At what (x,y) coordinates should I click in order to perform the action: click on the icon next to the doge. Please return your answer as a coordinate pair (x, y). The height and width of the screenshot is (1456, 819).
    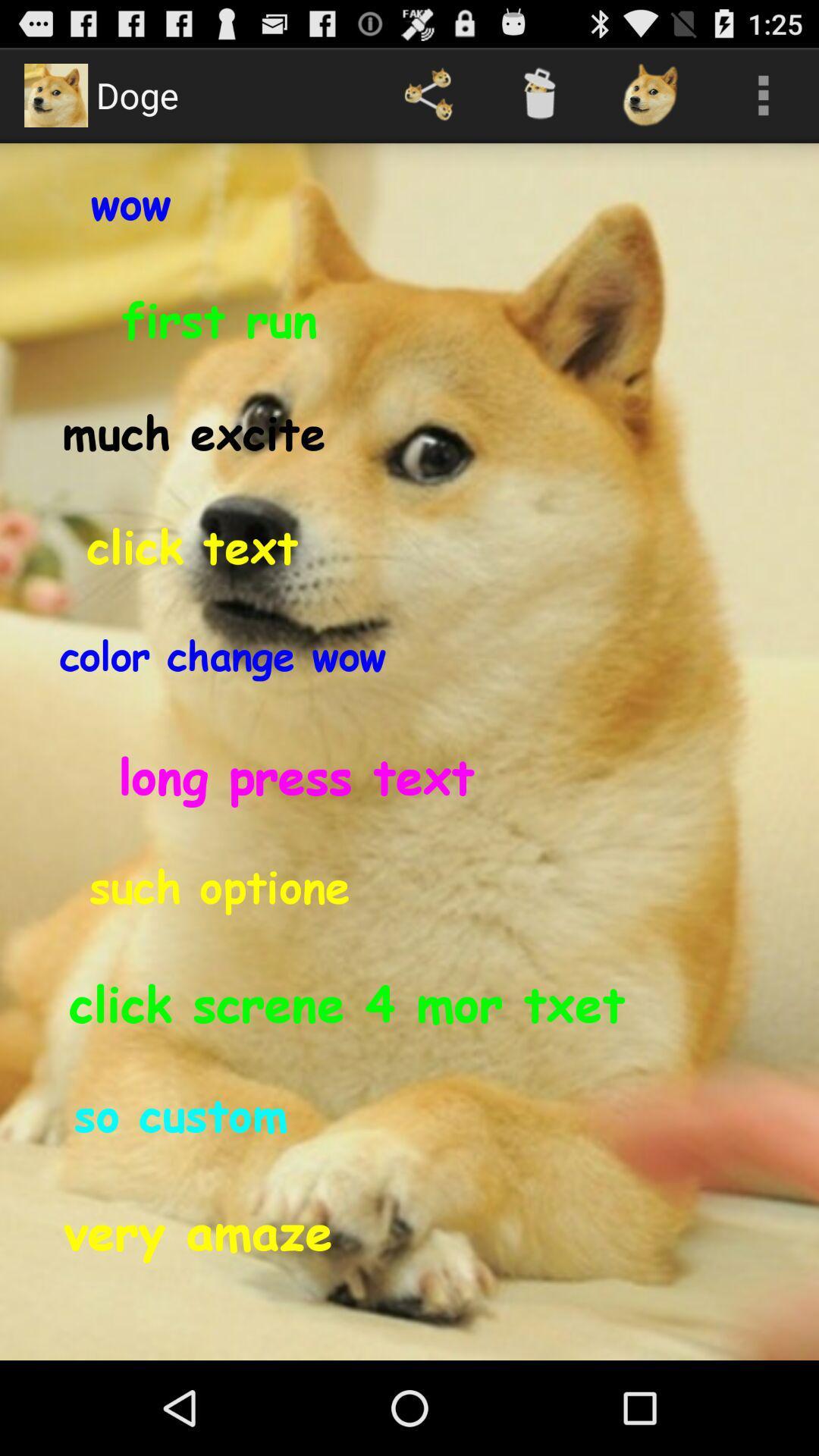
    Looking at the image, I should click on (428, 94).